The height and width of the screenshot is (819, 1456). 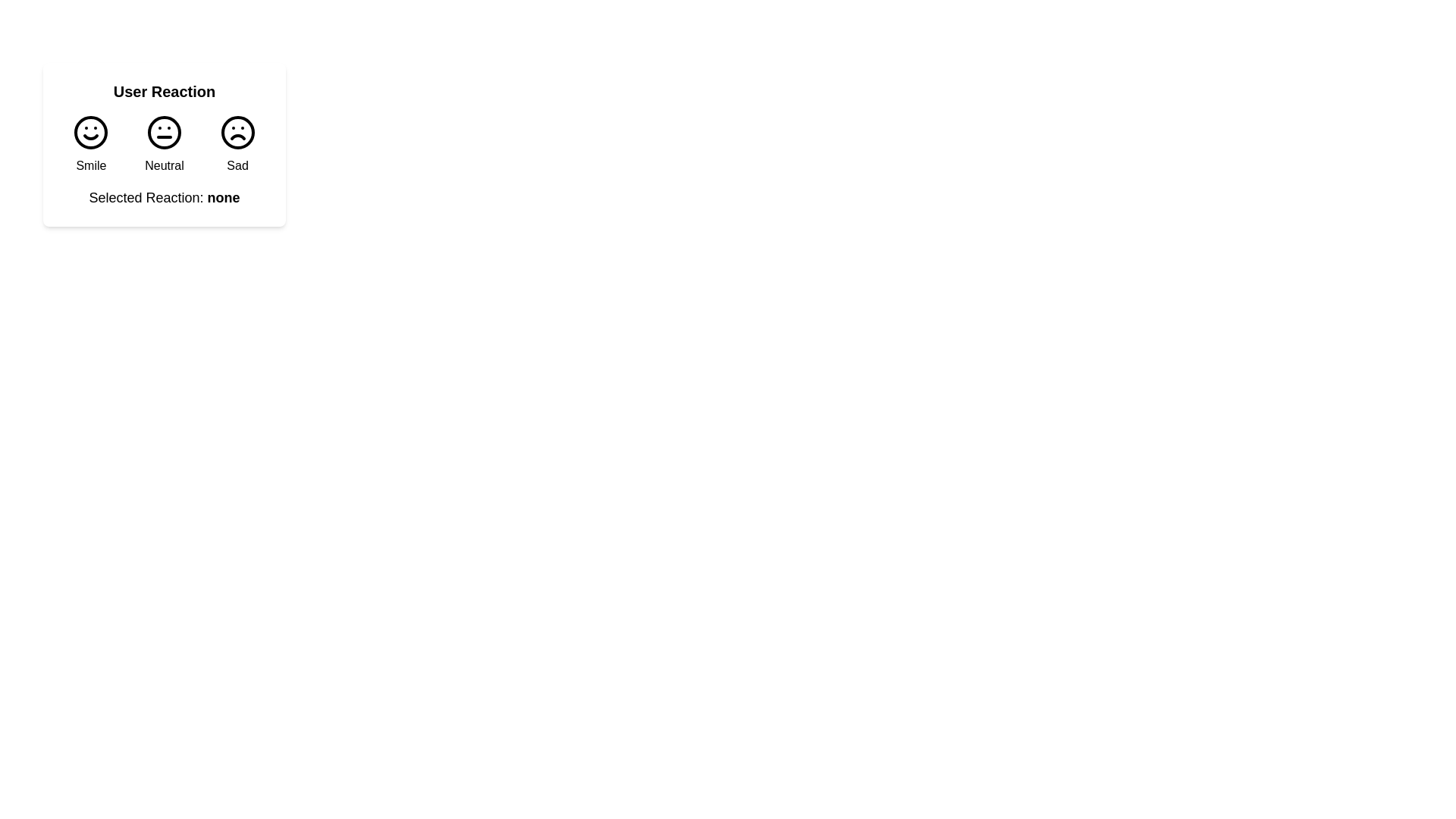 I want to click on the 'Sad' button, which features a sad emoji face icon and the text 'Sad' below it, so click(x=237, y=145).